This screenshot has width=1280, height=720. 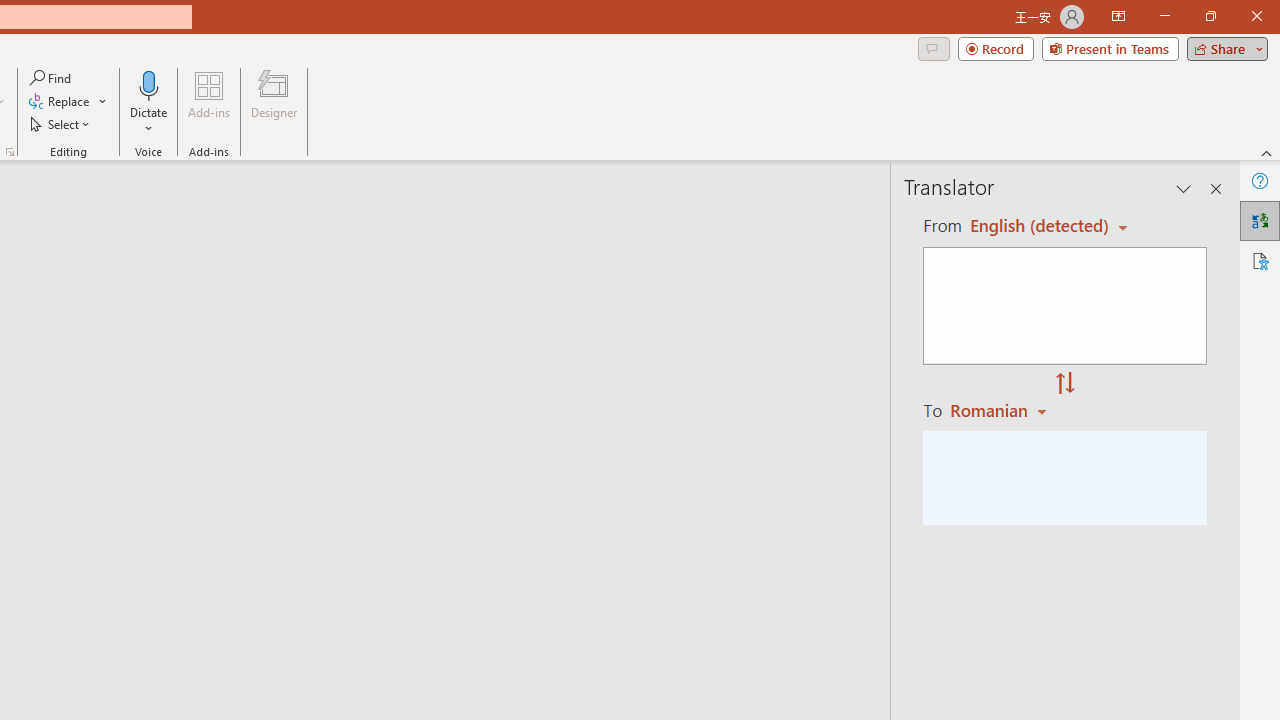 What do you see at coordinates (1209, 16) in the screenshot?
I see `'Restore Down'` at bounding box center [1209, 16].